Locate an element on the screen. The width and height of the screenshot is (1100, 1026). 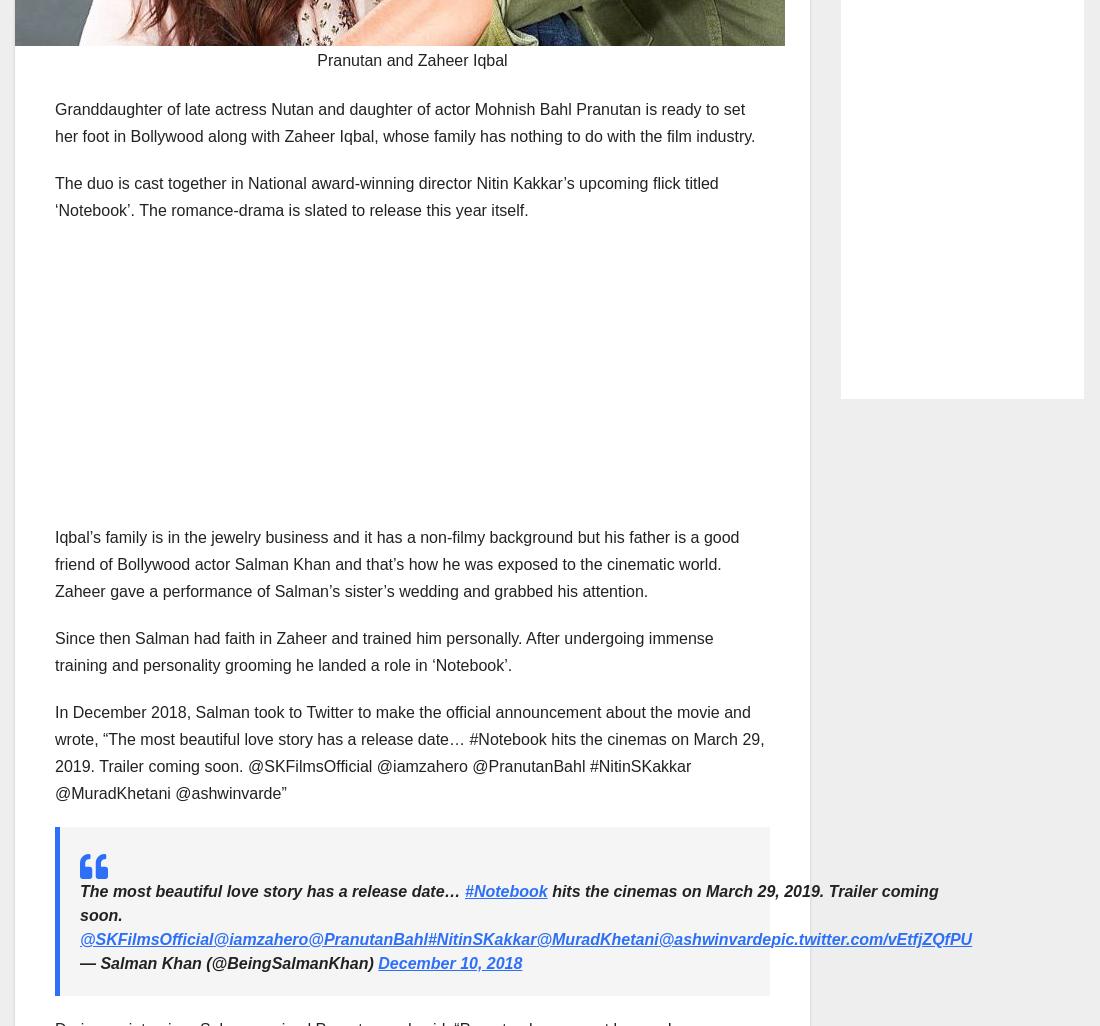
'Granddaughter of late actress Nutan and daughter of actor Mohnish Bahl Pranutan is ready to set her foot in Bollywood along with Zaheer Iqbal, whose family has nothing to do with the film industry.' is located at coordinates (54, 121).